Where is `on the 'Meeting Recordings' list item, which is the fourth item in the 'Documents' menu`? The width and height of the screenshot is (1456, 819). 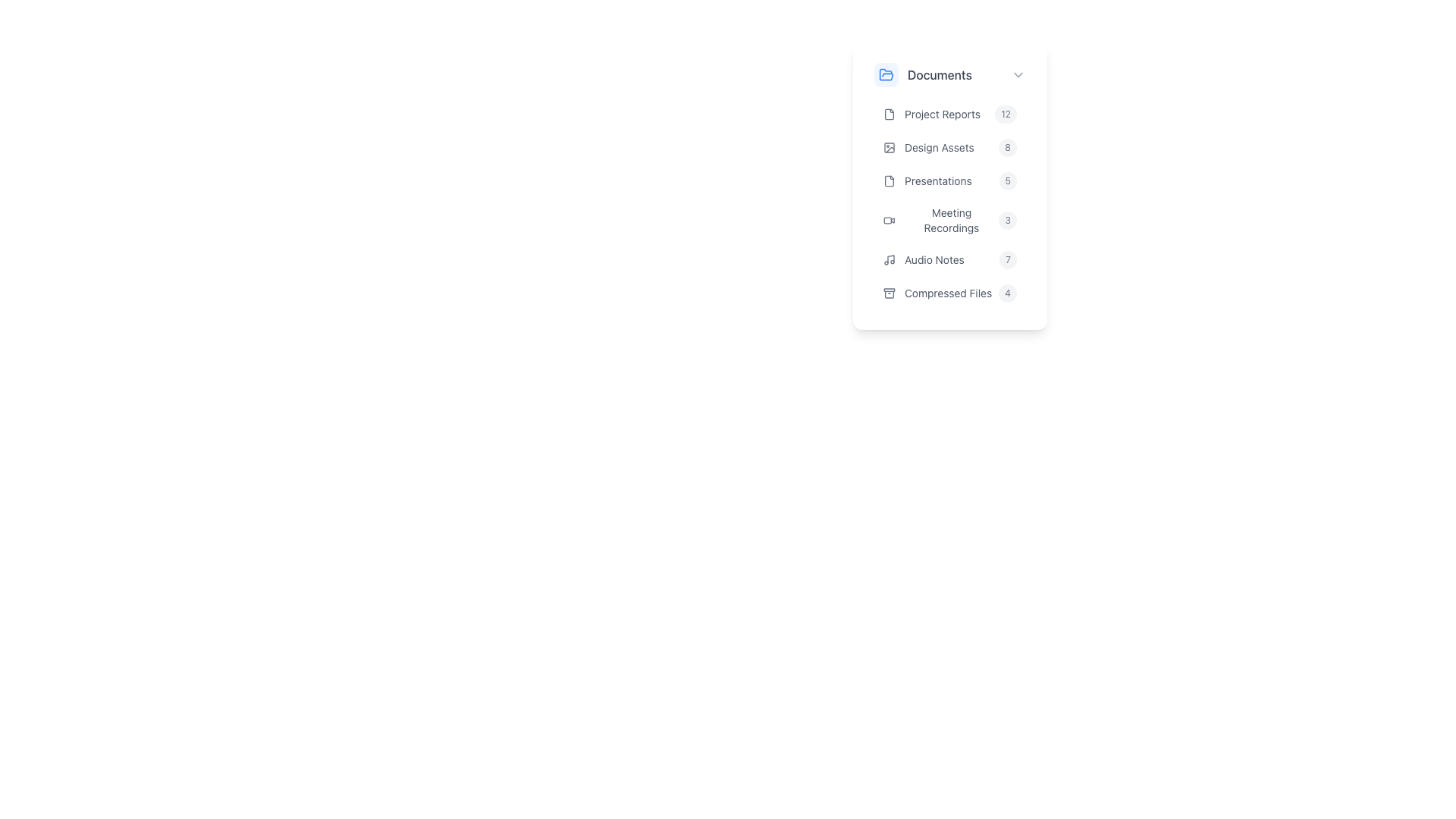 on the 'Meeting Recordings' list item, which is the fourth item in the 'Documents' menu is located at coordinates (949, 203).